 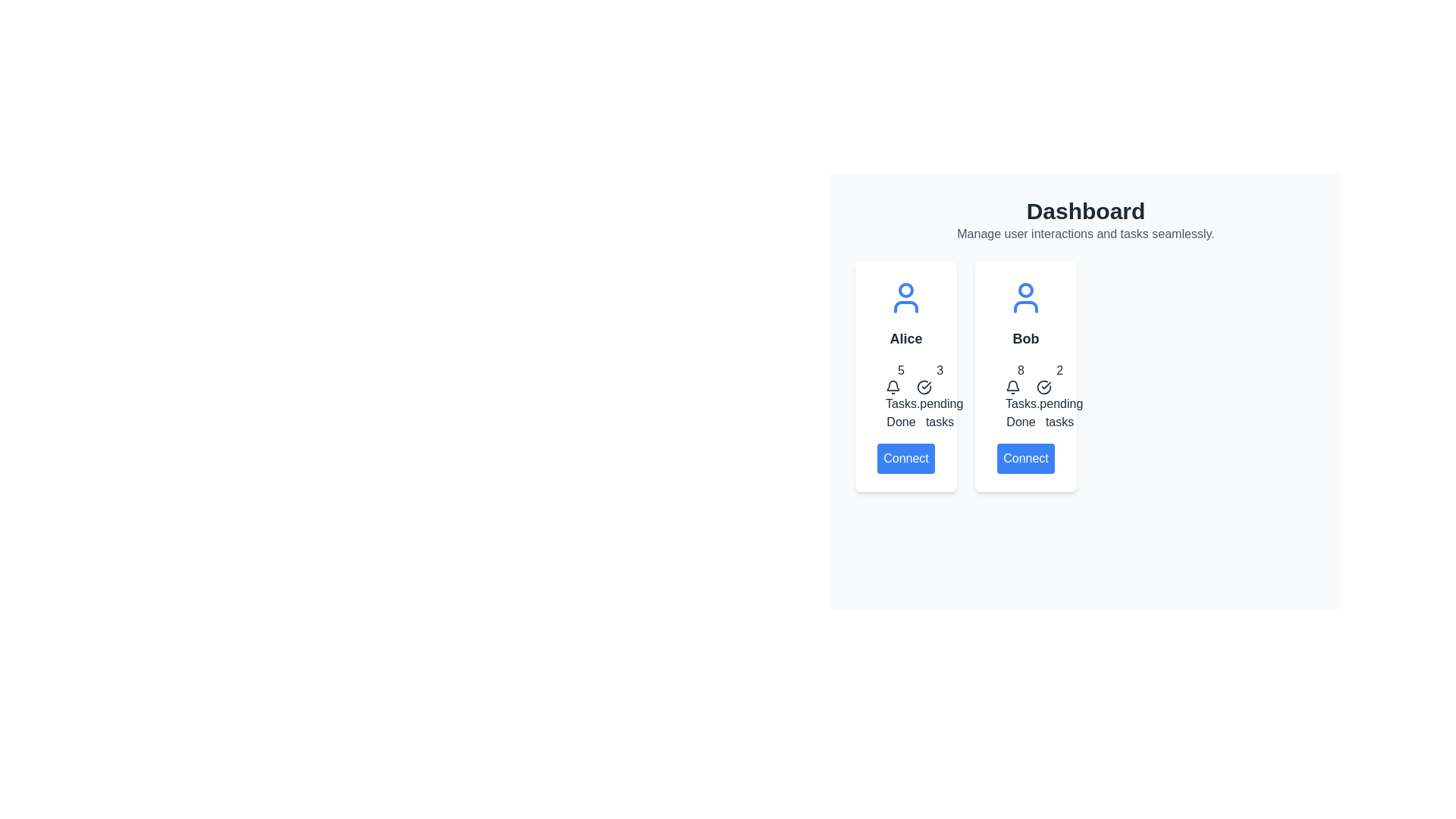 What do you see at coordinates (1043, 386) in the screenshot?
I see `the circular icon with a checkmark symbol inside it, located next to the text 'Done tasks' and below the number 2, as a visual cue` at bounding box center [1043, 386].